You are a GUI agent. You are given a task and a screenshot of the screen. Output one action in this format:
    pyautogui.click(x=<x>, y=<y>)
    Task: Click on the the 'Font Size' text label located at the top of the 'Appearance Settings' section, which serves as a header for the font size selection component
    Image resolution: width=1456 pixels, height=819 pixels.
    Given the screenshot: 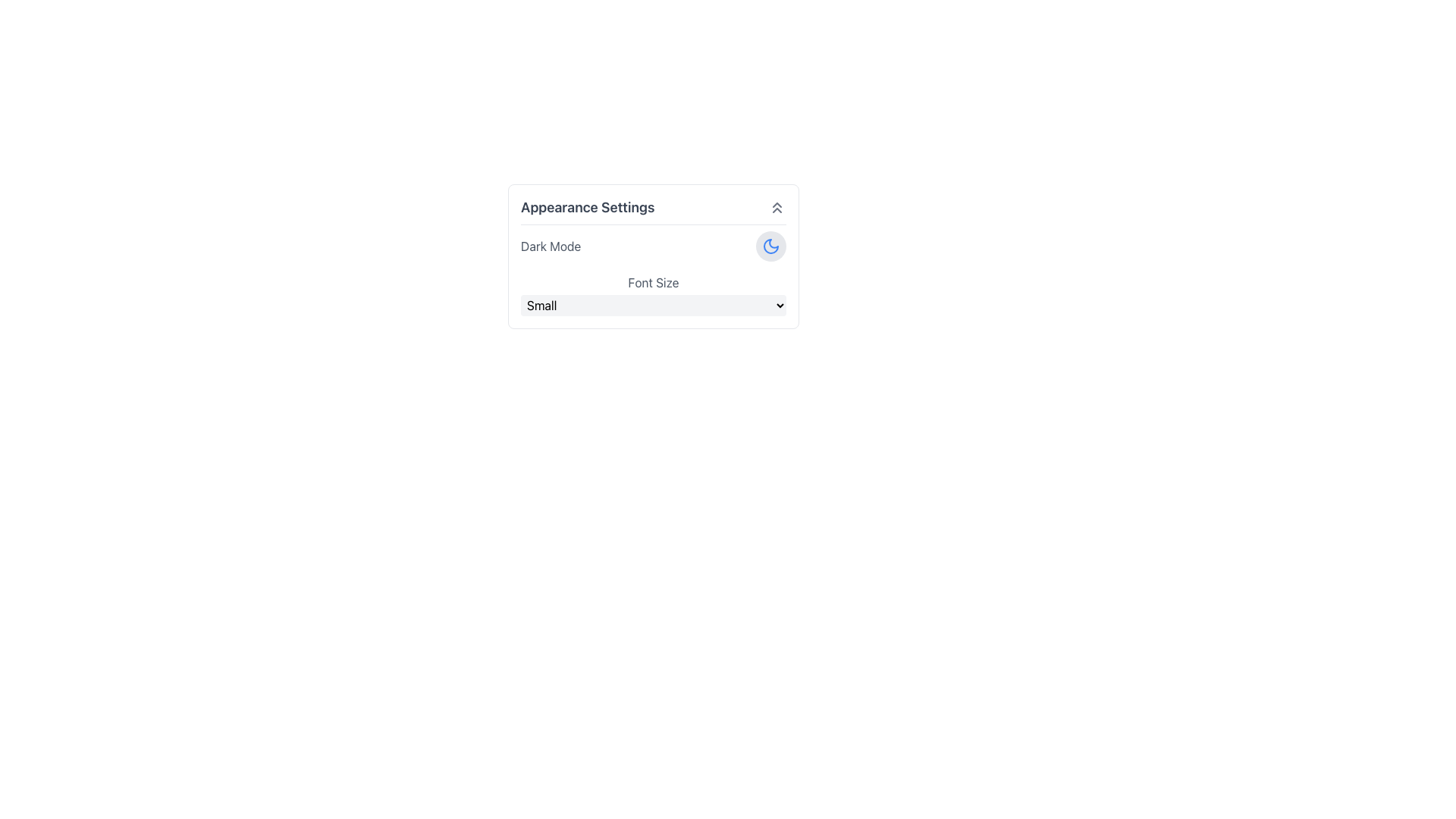 What is the action you would take?
    pyautogui.click(x=654, y=283)
    